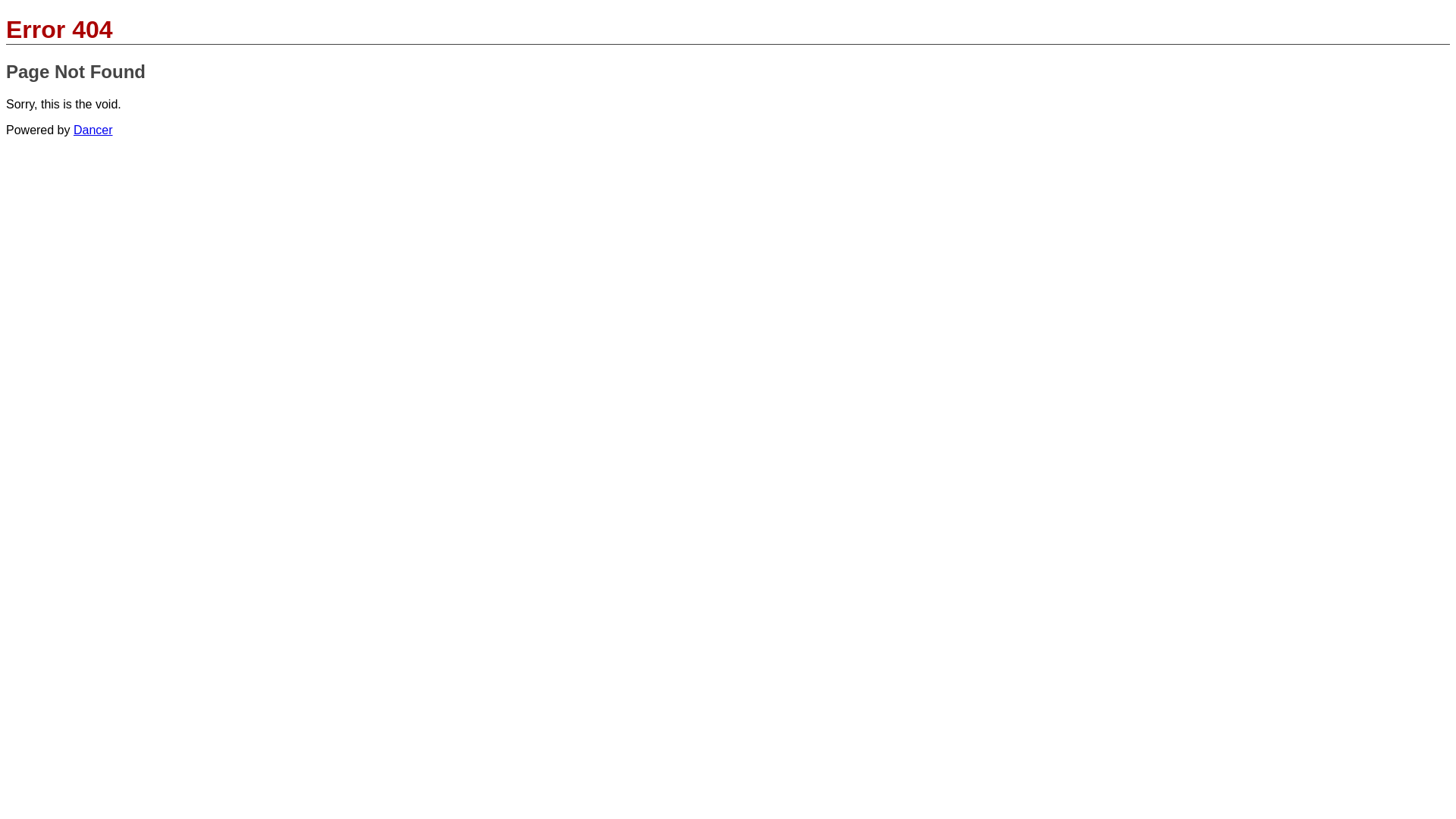 This screenshot has height=819, width=1456. Describe the element at coordinates (72, 129) in the screenshot. I see `'Dancer'` at that location.